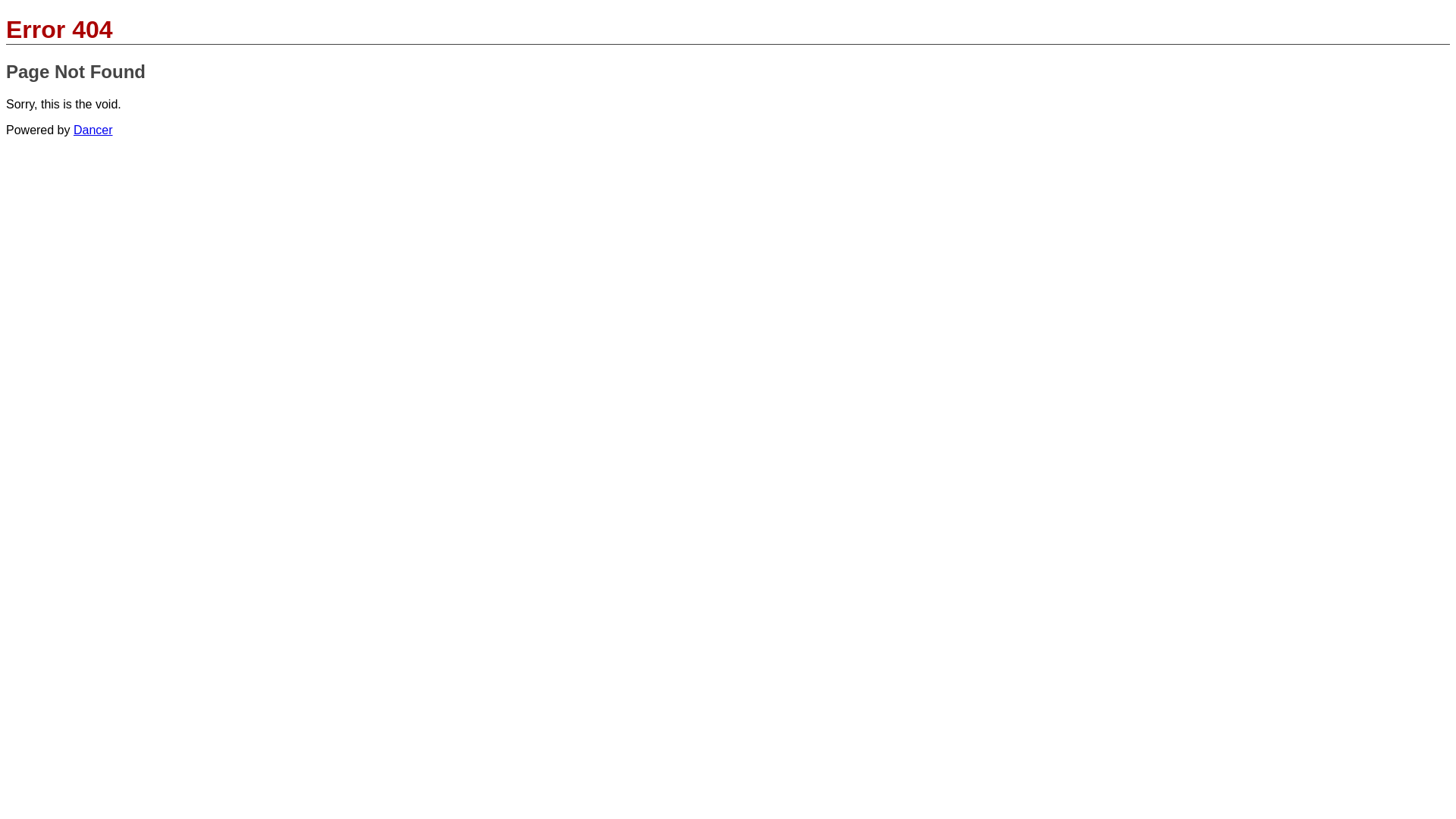 This screenshot has height=819, width=1456. Describe the element at coordinates (72, 129) in the screenshot. I see `'Dancer'` at that location.